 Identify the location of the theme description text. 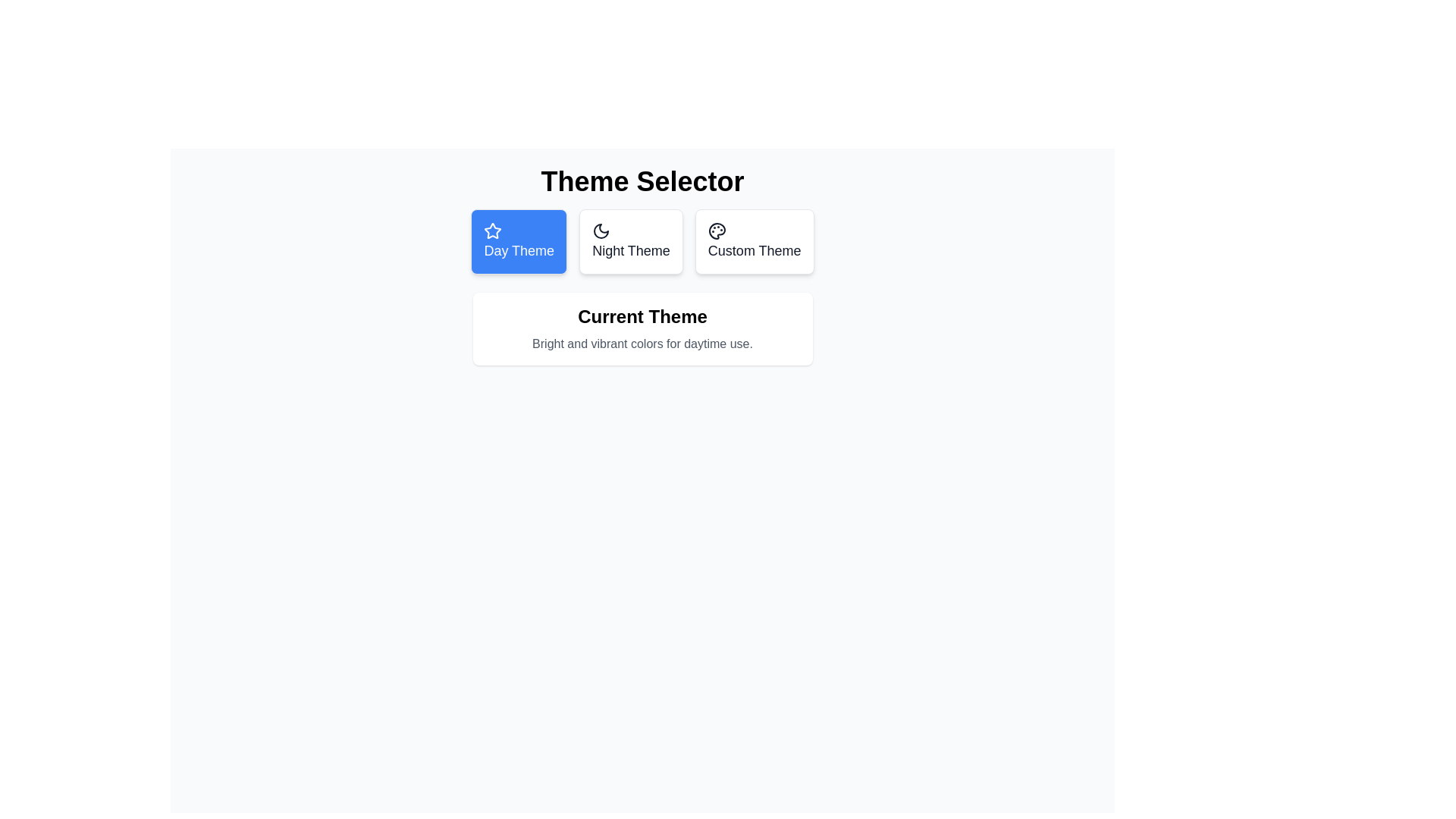
(642, 344).